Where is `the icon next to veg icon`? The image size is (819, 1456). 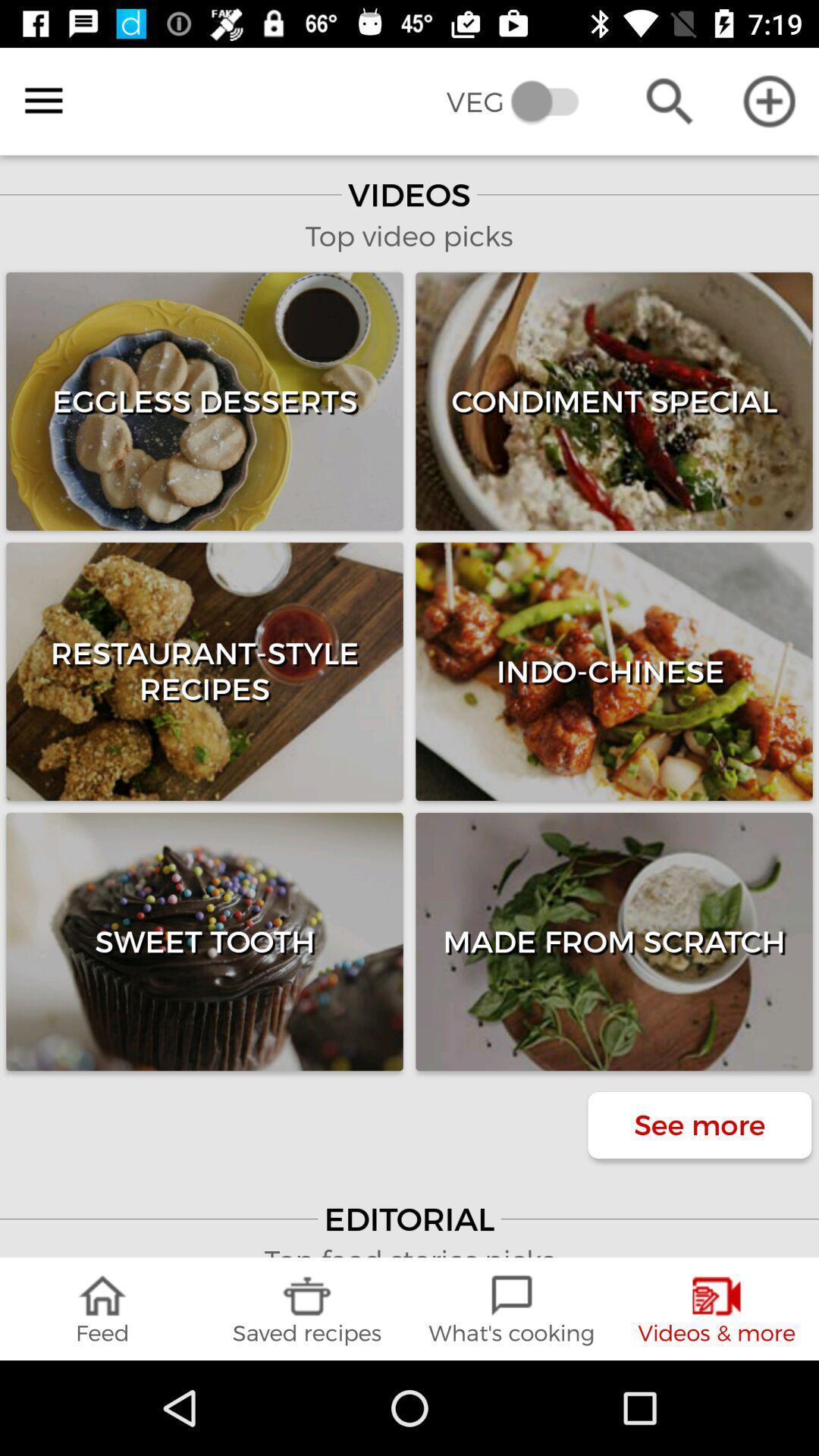 the icon next to veg icon is located at coordinates (669, 100).